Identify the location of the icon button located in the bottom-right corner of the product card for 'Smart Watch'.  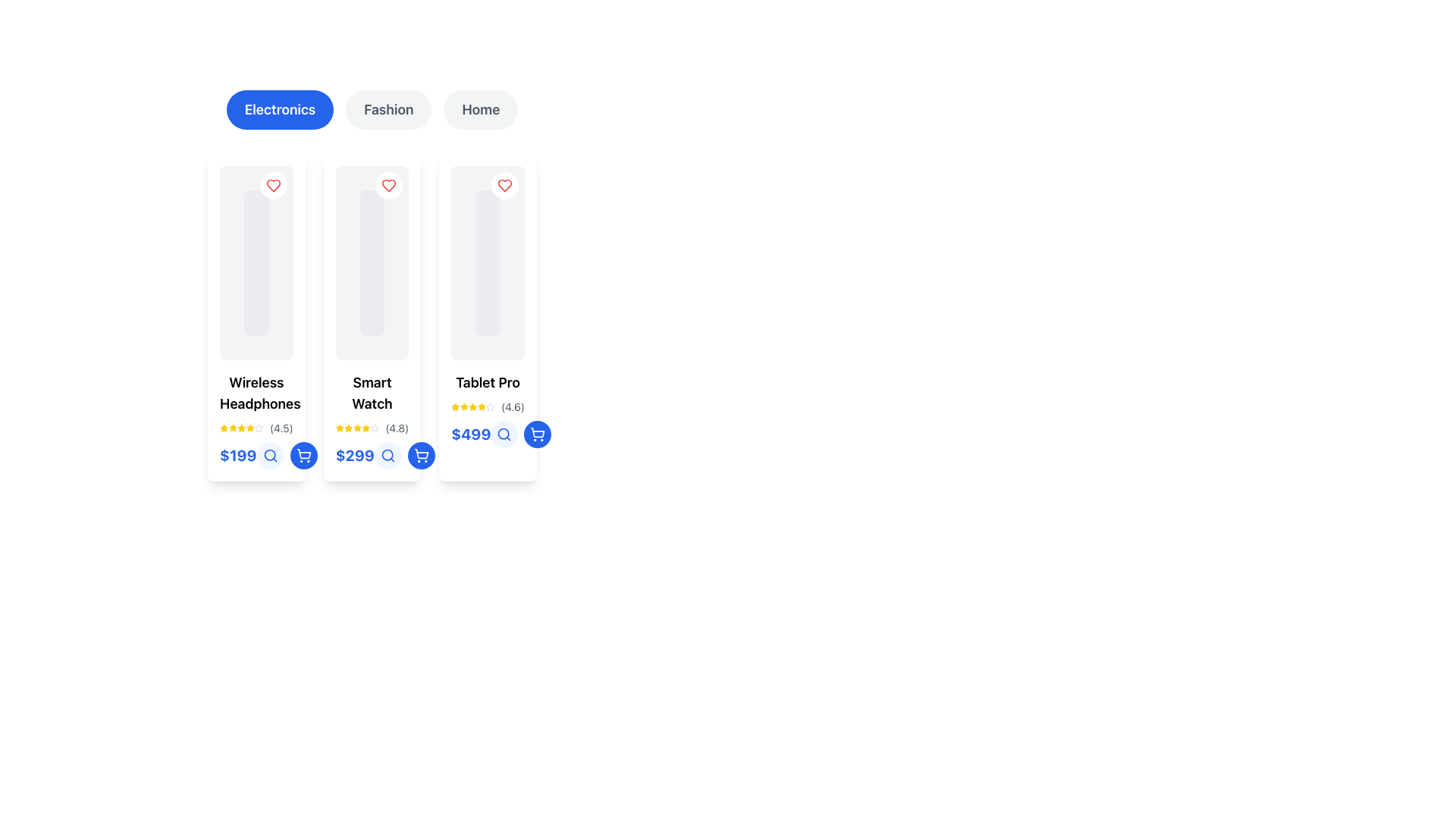
(303, 455).